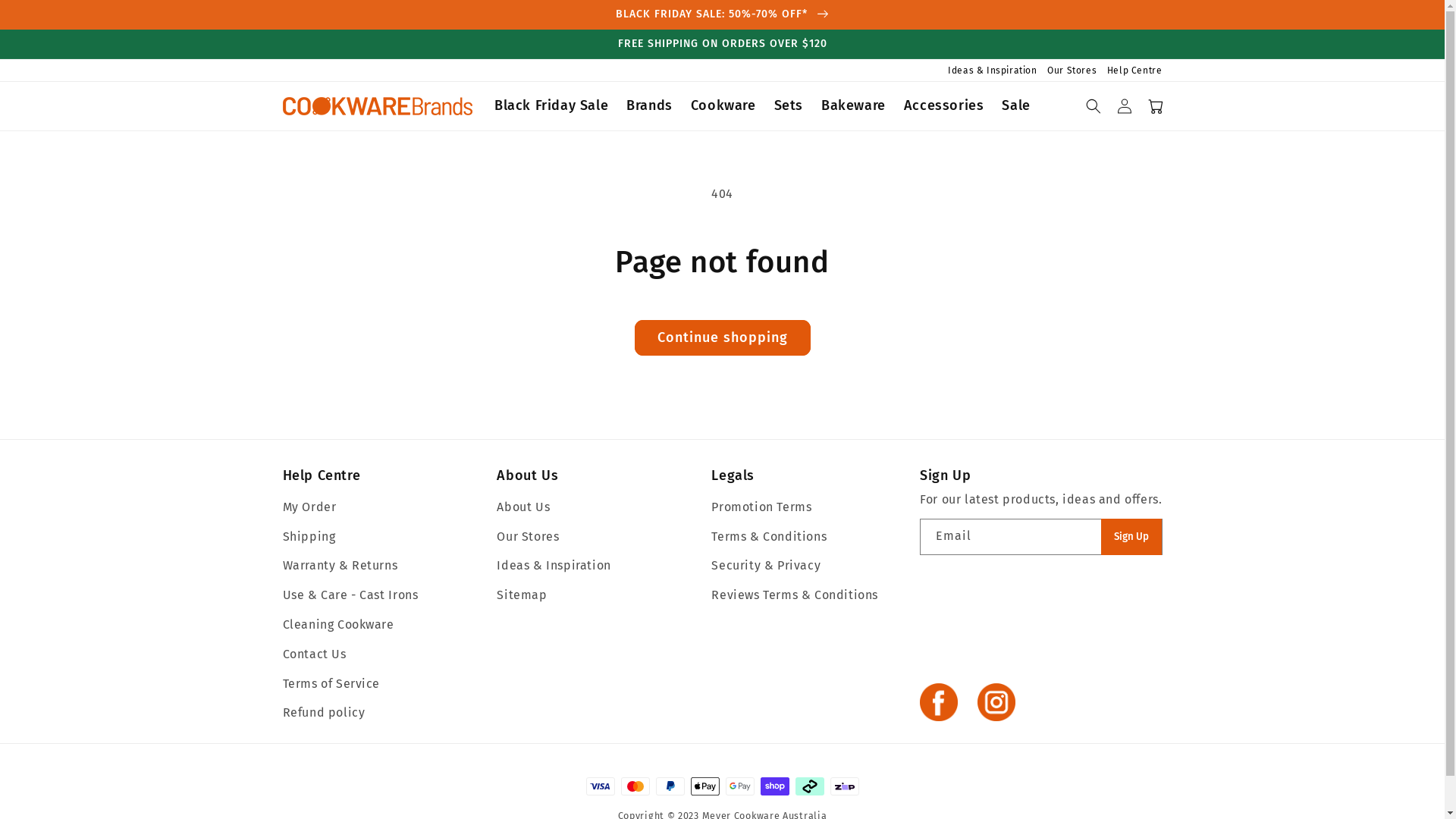  What do you see at coordinates (761, 507) in the screenshot?
I see `'Promotion Terms'` at bounding box center [761, 507].